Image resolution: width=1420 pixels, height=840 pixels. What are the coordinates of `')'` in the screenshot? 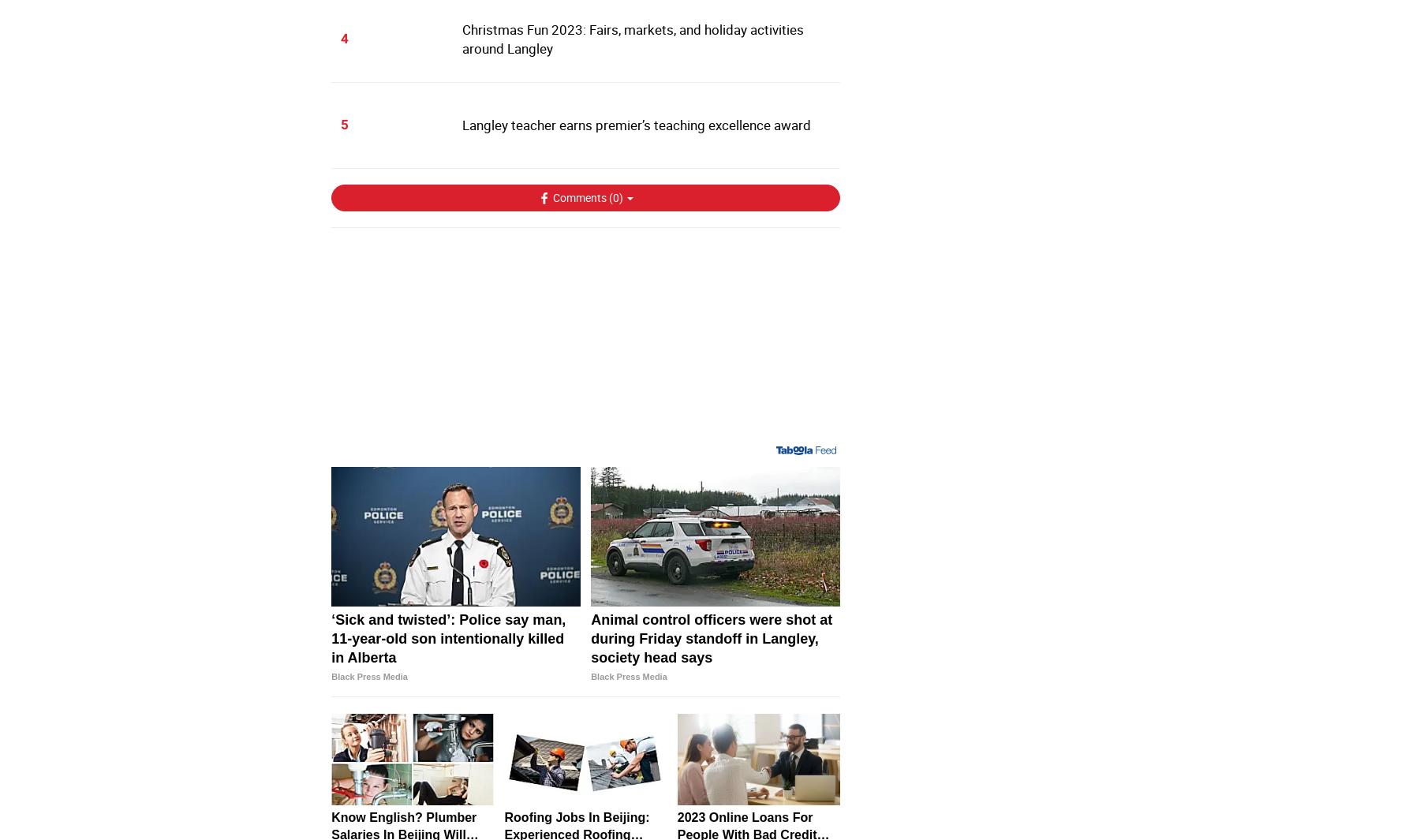 It's located at (618, 196).